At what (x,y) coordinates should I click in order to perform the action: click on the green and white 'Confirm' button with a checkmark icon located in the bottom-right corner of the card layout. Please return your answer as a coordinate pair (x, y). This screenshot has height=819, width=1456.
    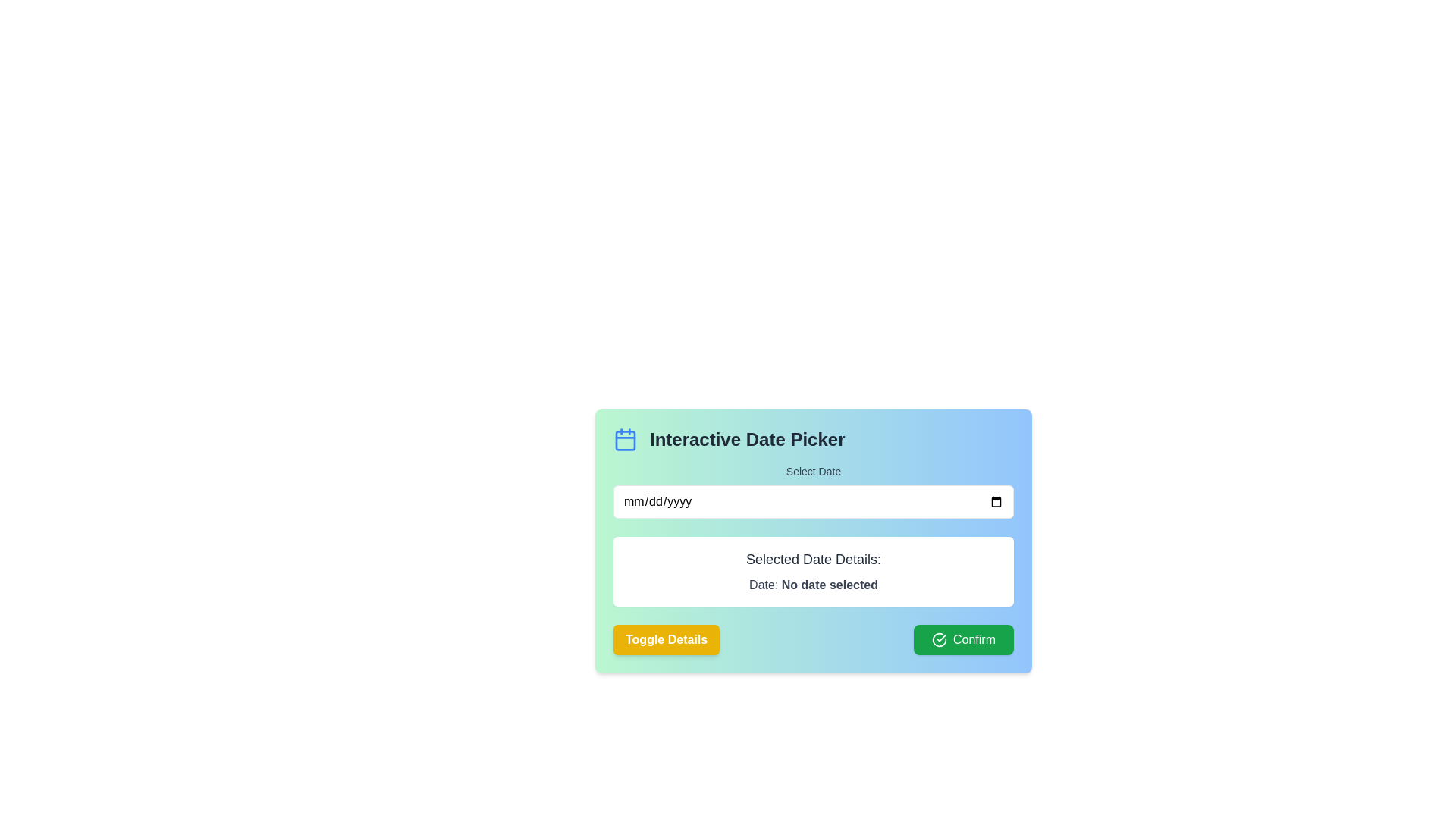
    Looking at the image, I should click on (963, 640).